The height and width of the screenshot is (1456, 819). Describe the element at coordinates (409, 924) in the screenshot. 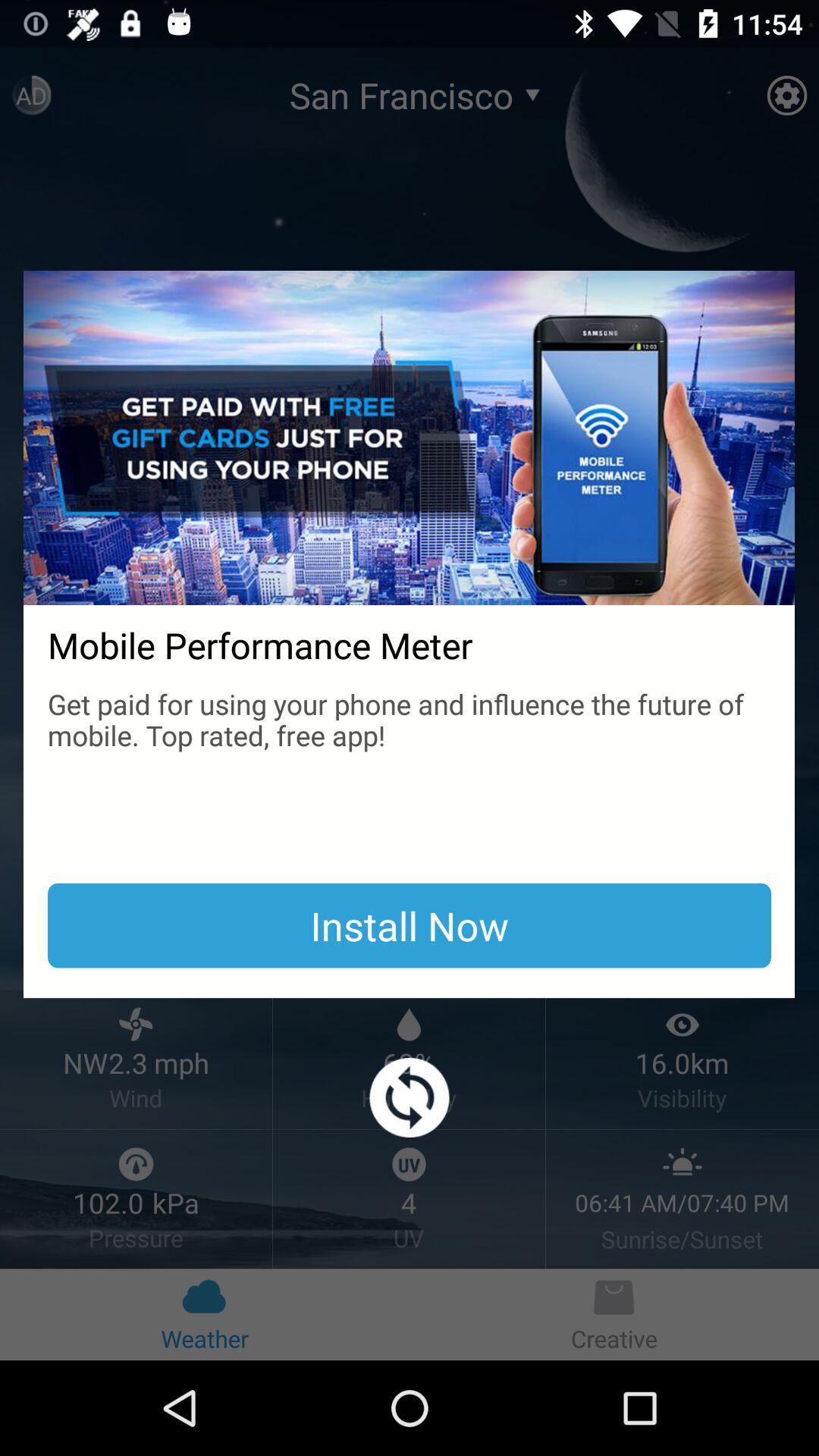

I see `install now icon` at that location.